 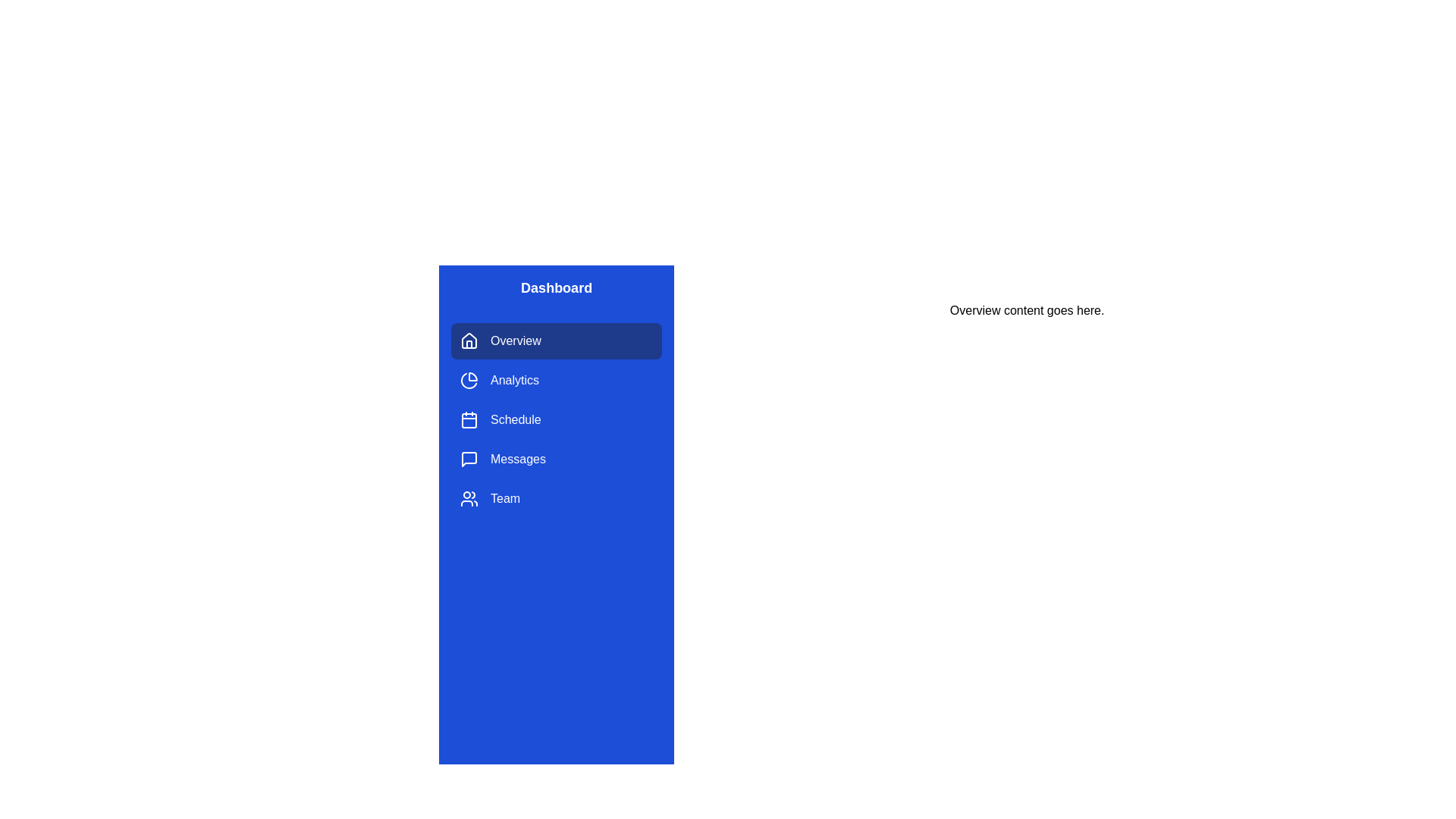 I want to click on the second item in the vertical navigation menu located in the blue sidebar titled 'Dashboard', so click(x=556, y=420).